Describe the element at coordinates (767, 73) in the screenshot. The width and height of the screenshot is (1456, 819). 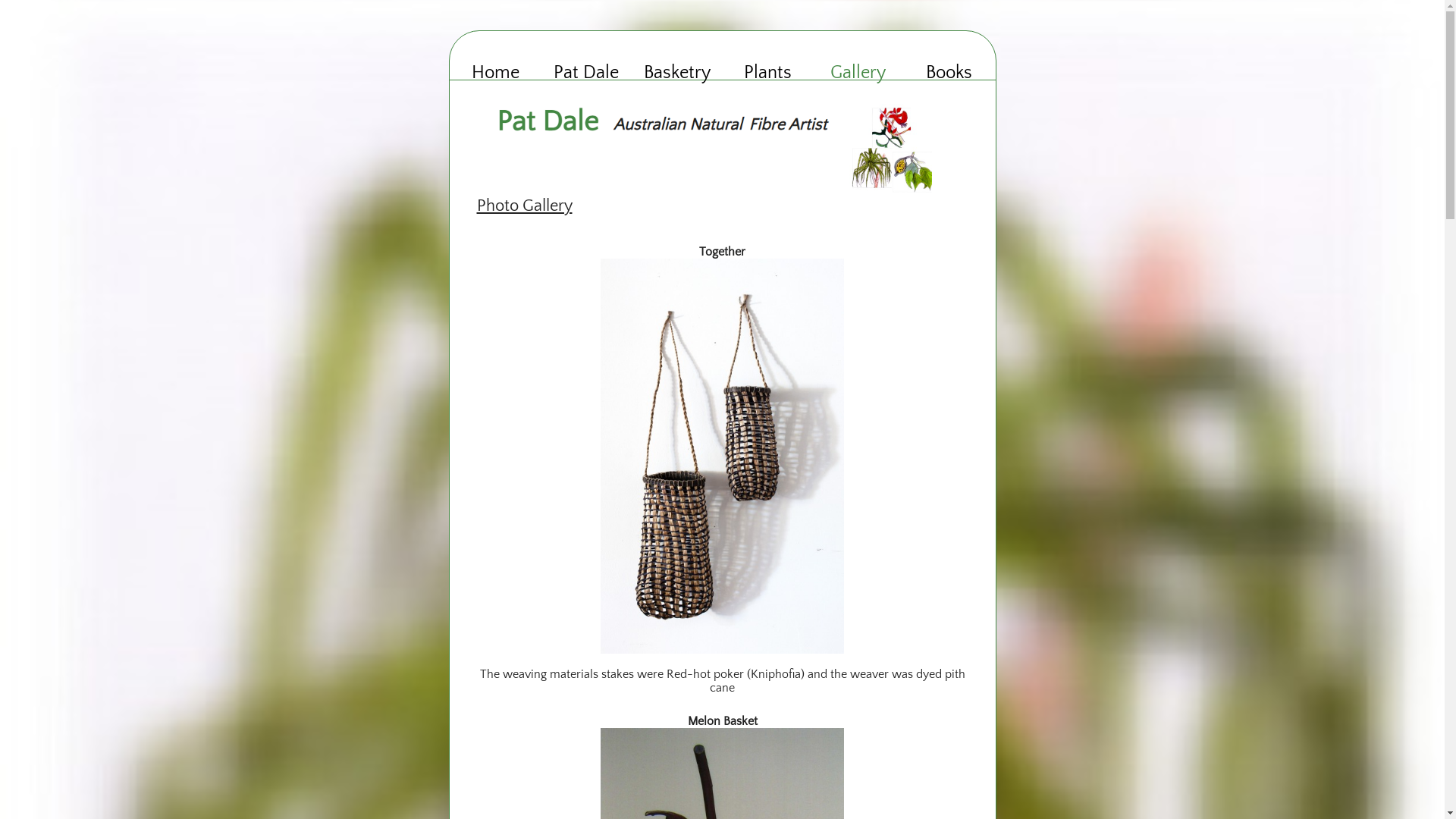
I see `'Plants'` at that location.